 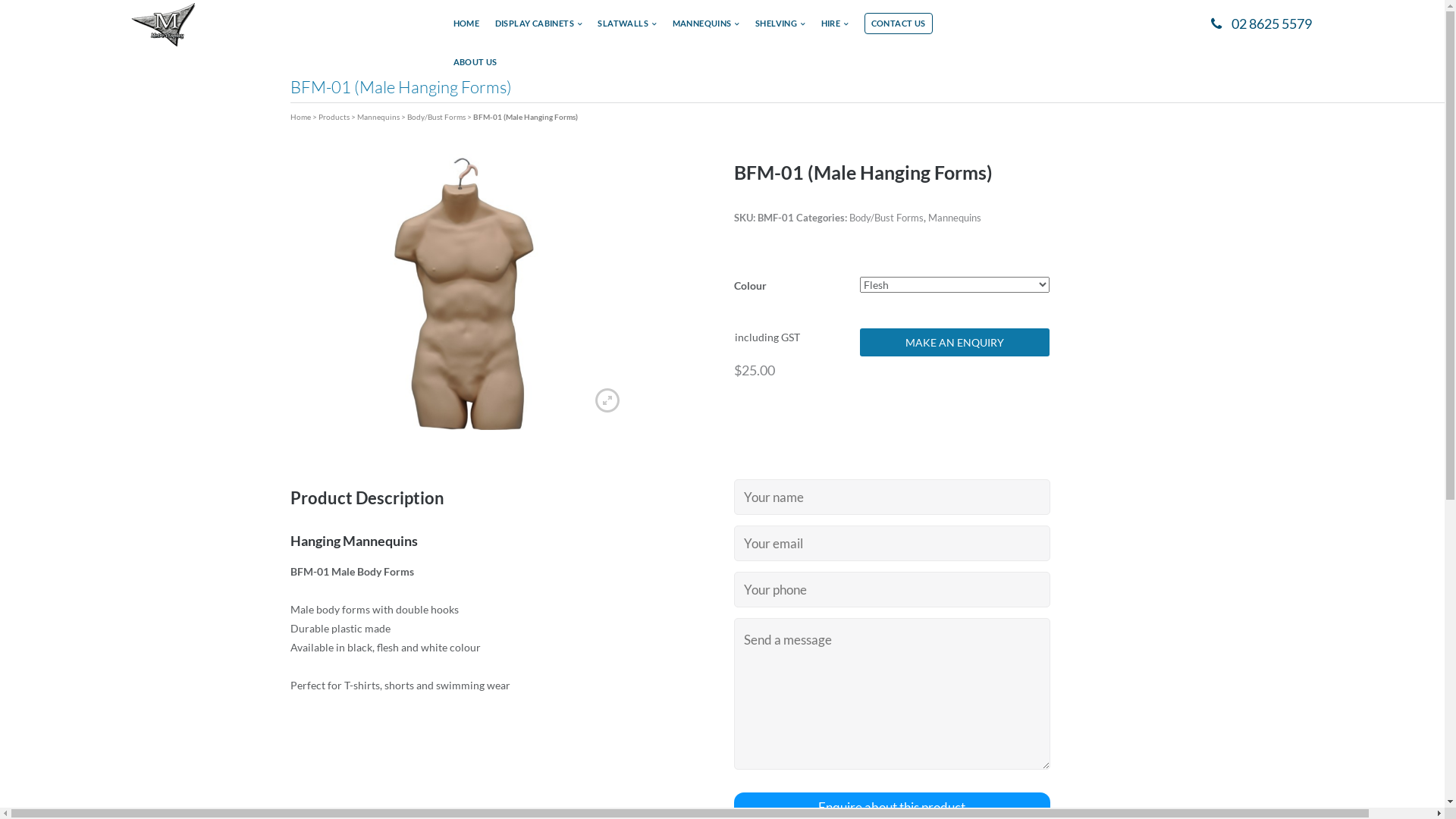 I want to click on 'SLATWALLS', so click(x=626, y=28).